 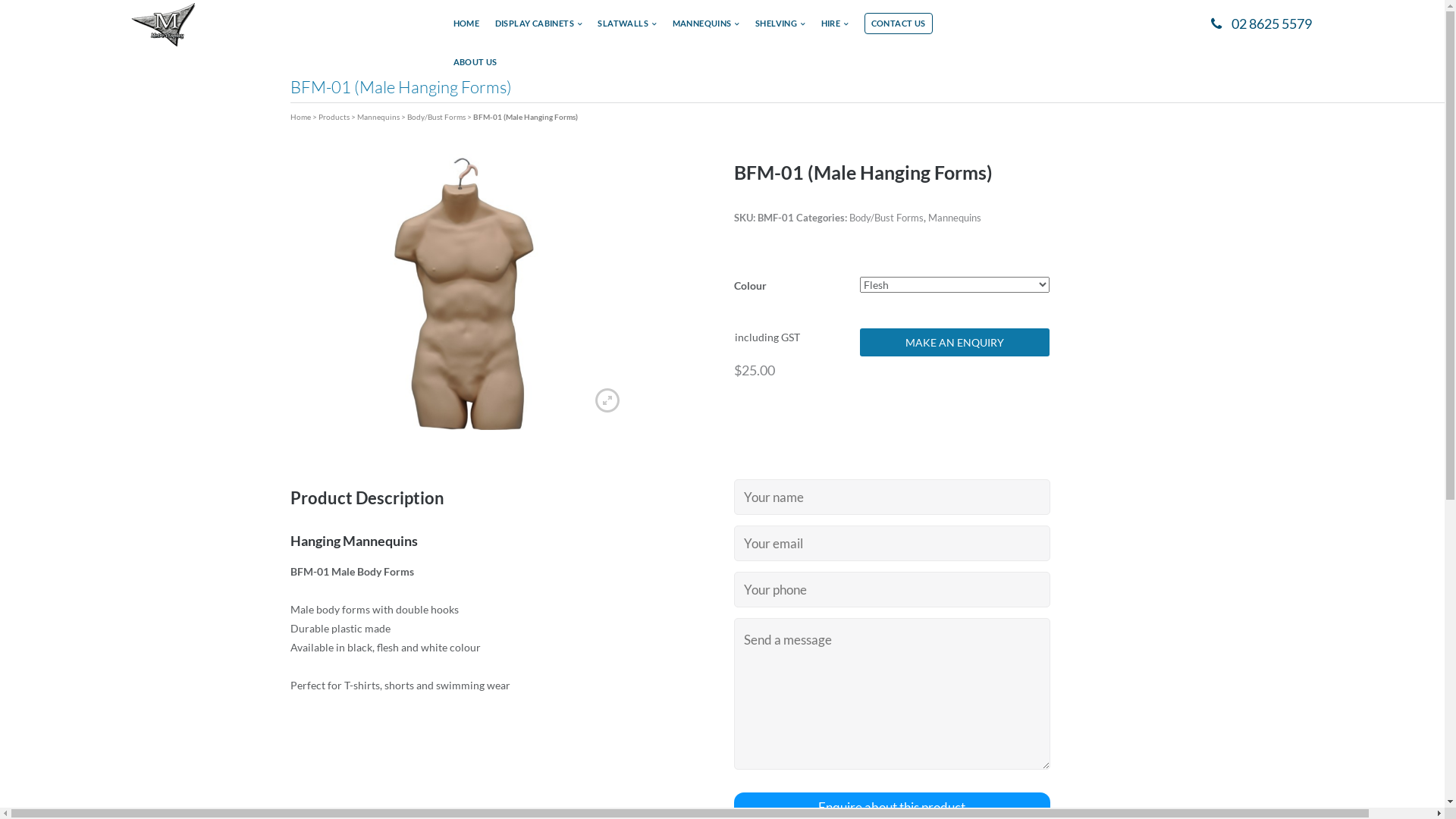 I want to click on 'SLATWALLS', so click(x=626, y=28).